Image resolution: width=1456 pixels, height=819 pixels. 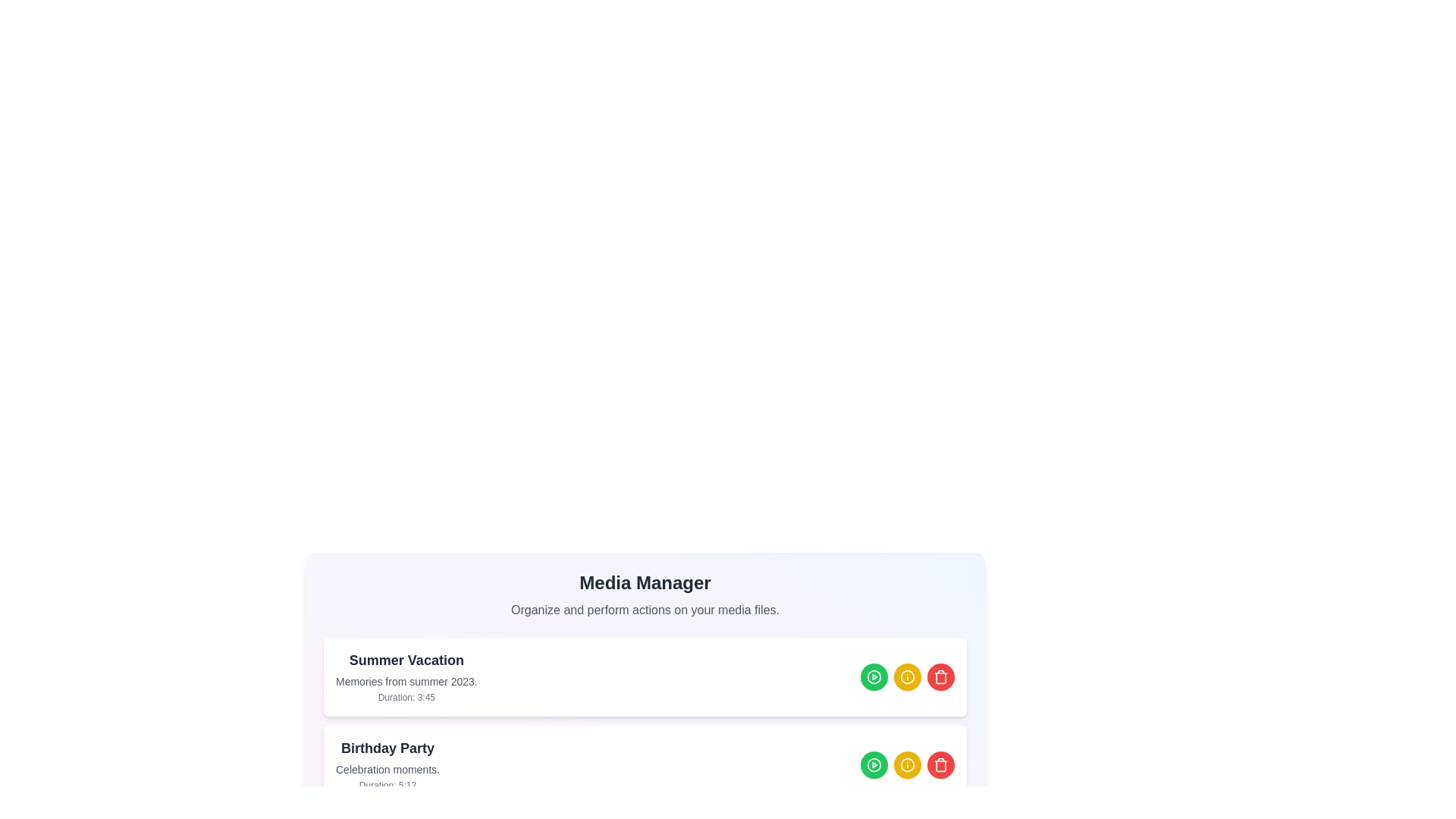 I want to click on the info button for the media item titled 'Summer Vacation' to view its details, so click(x=907, y=676).